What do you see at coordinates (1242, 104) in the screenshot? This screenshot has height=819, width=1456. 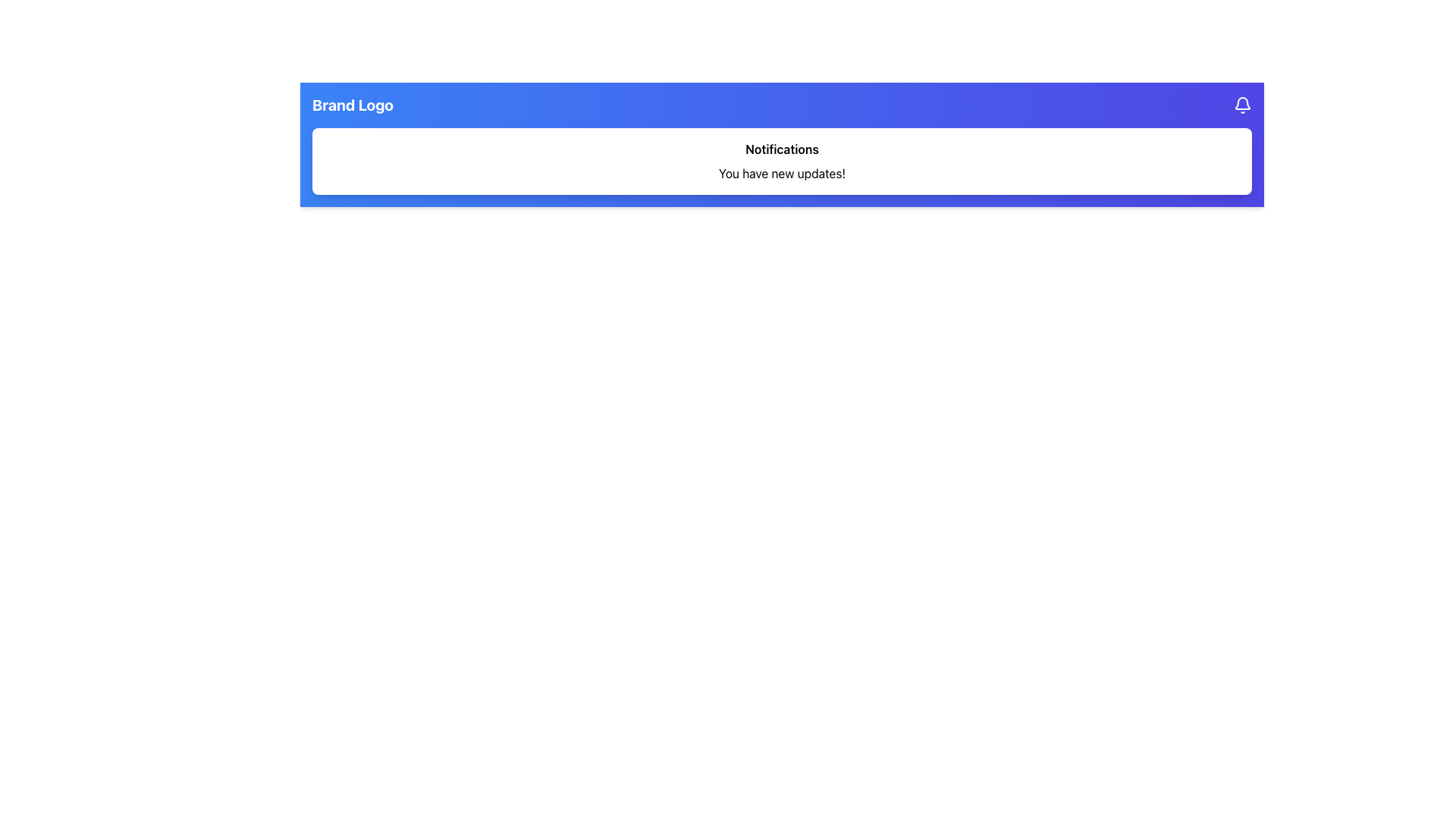 I see `the notification icon located at the top-right corner of the header` at bounding box center [1242, 104].